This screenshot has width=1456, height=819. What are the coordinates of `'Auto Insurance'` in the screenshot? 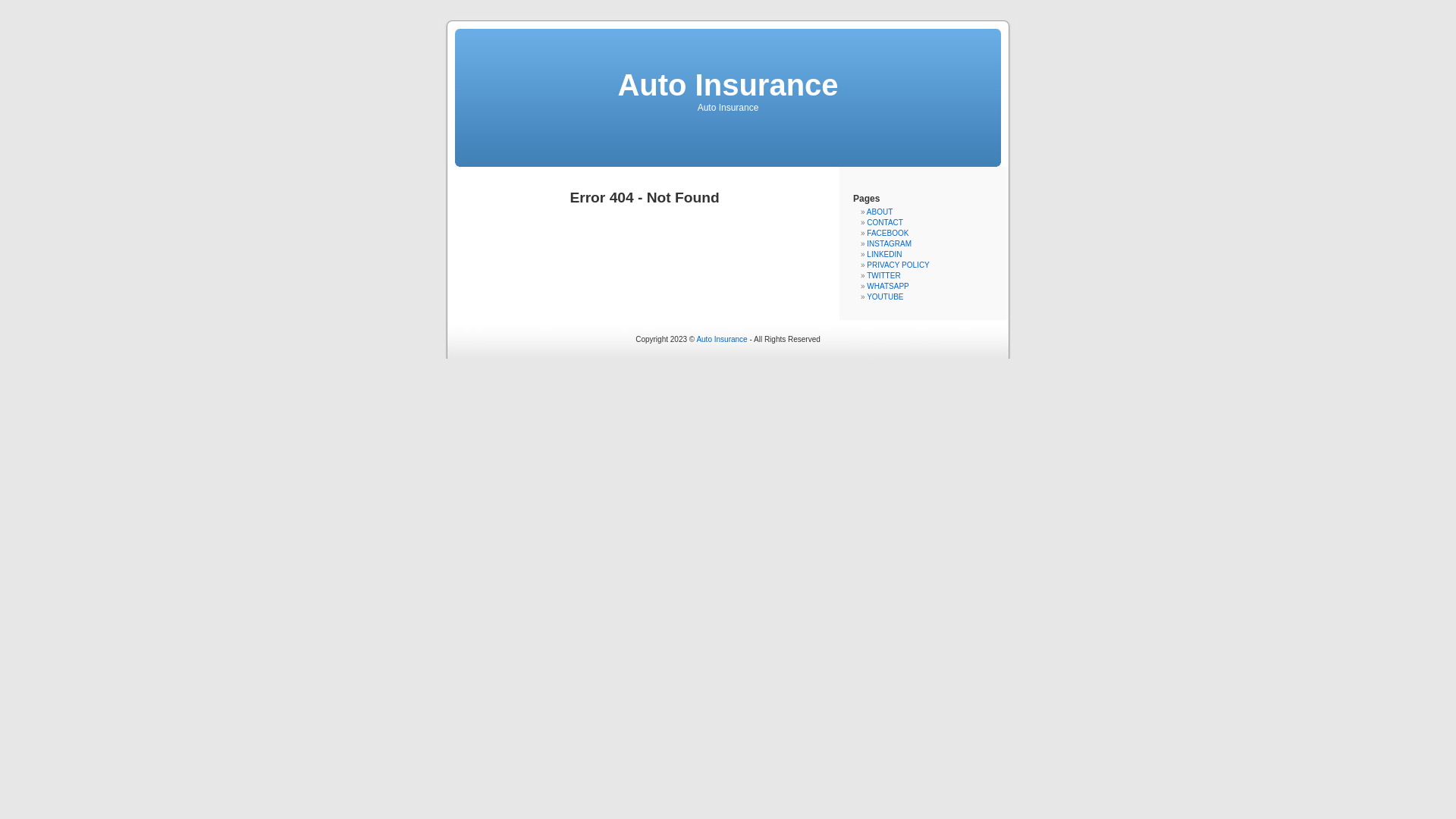 It's located at (726, 84).